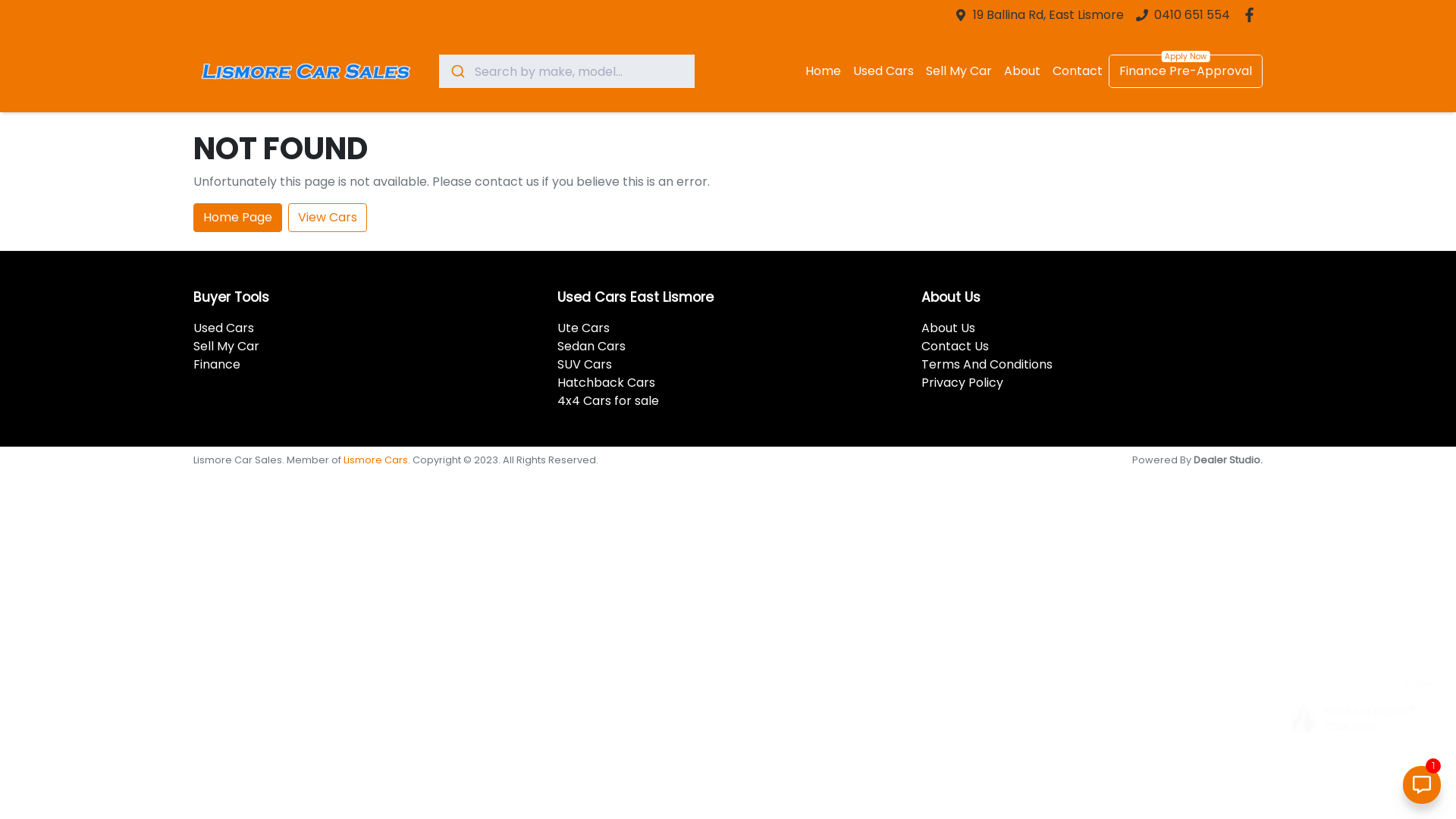 This screenshot has height=819, width=1456. Describe the element at coordinates (605, 381) in the screenshot. I see `'Hatchback Cars'` at that location.